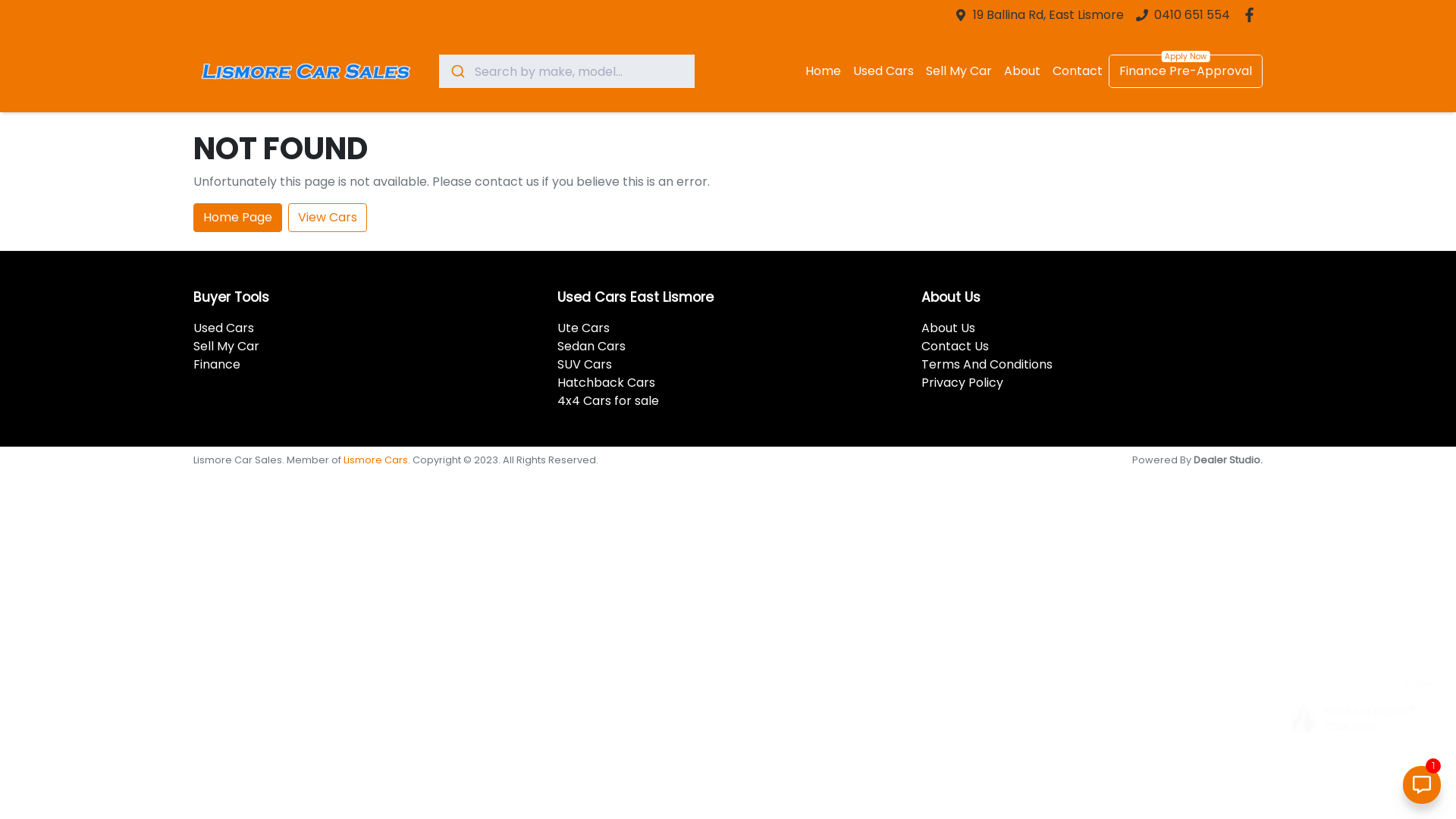 This screenshot has height=819, width=1456. Describe the element at coordinates (605, 381) in the screenshot. I see `'Hatchback Cars'` at that location.